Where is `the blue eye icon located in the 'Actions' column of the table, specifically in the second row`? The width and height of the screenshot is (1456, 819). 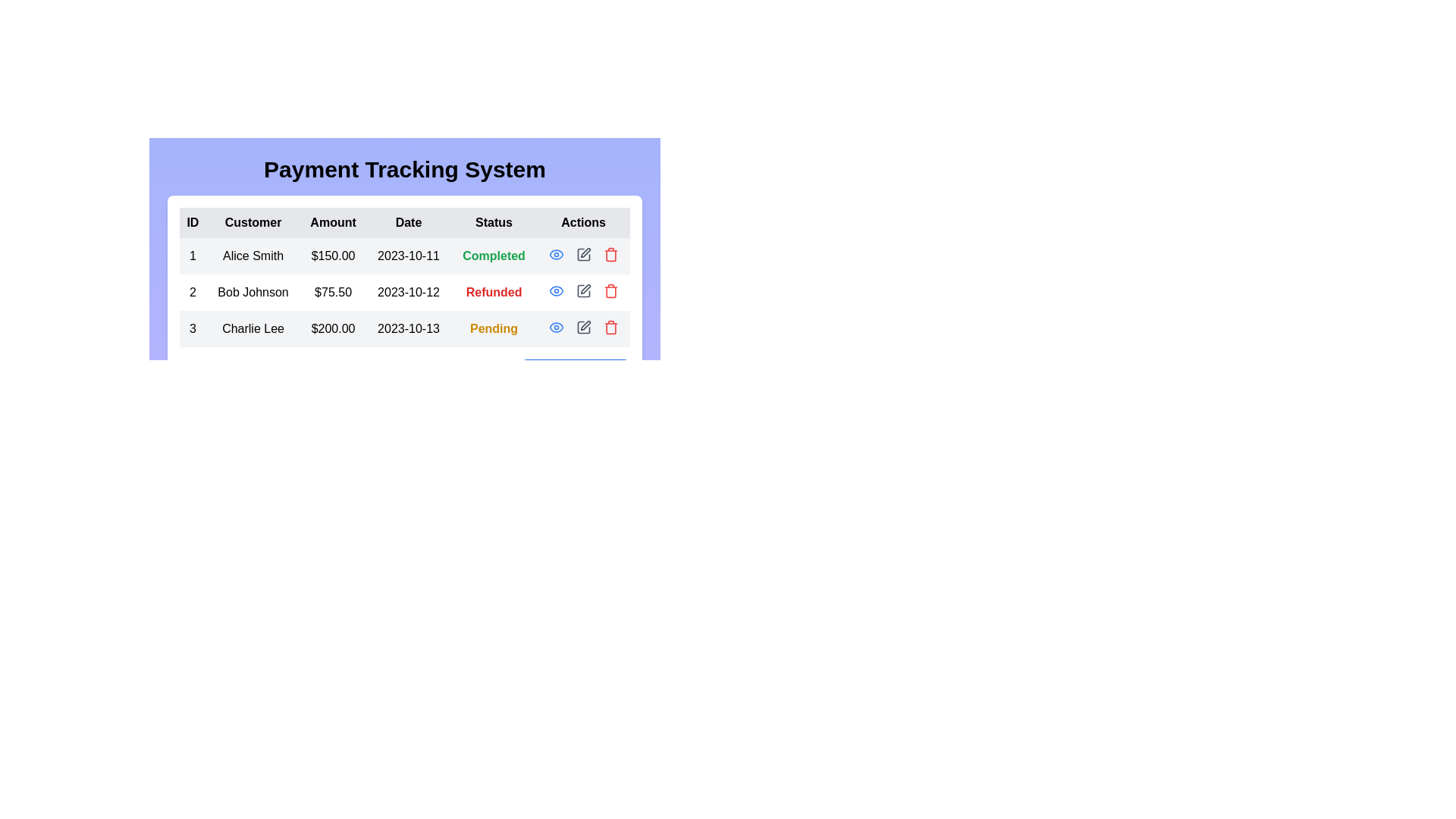
the blue eye icon located in the 'Actions' column of the table, specifically in the second row is located at coordinates (555, 253).